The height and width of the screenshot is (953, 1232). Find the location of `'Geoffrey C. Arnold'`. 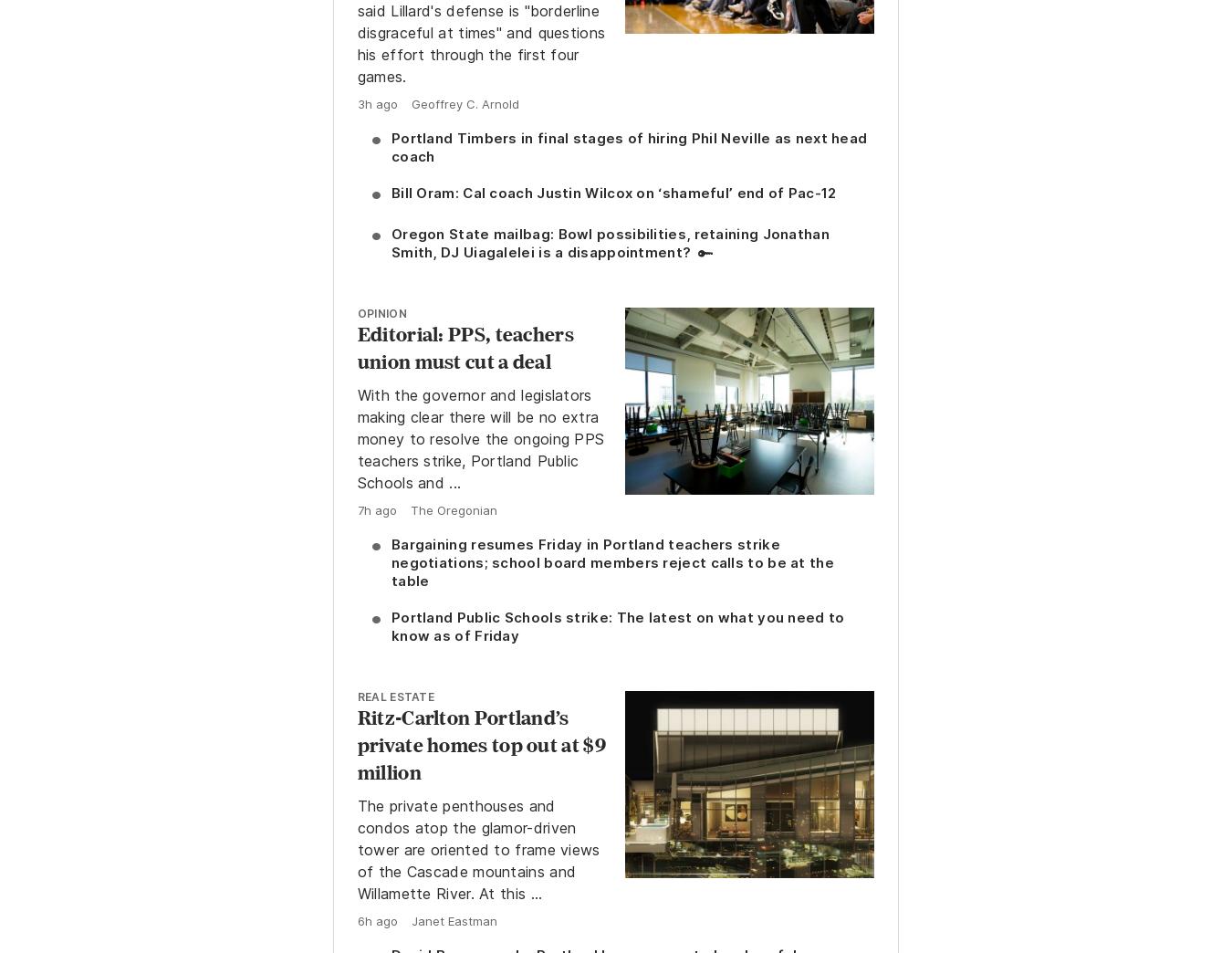

'Geoffrey C. Arnold' is located at coordinates (463, 104).